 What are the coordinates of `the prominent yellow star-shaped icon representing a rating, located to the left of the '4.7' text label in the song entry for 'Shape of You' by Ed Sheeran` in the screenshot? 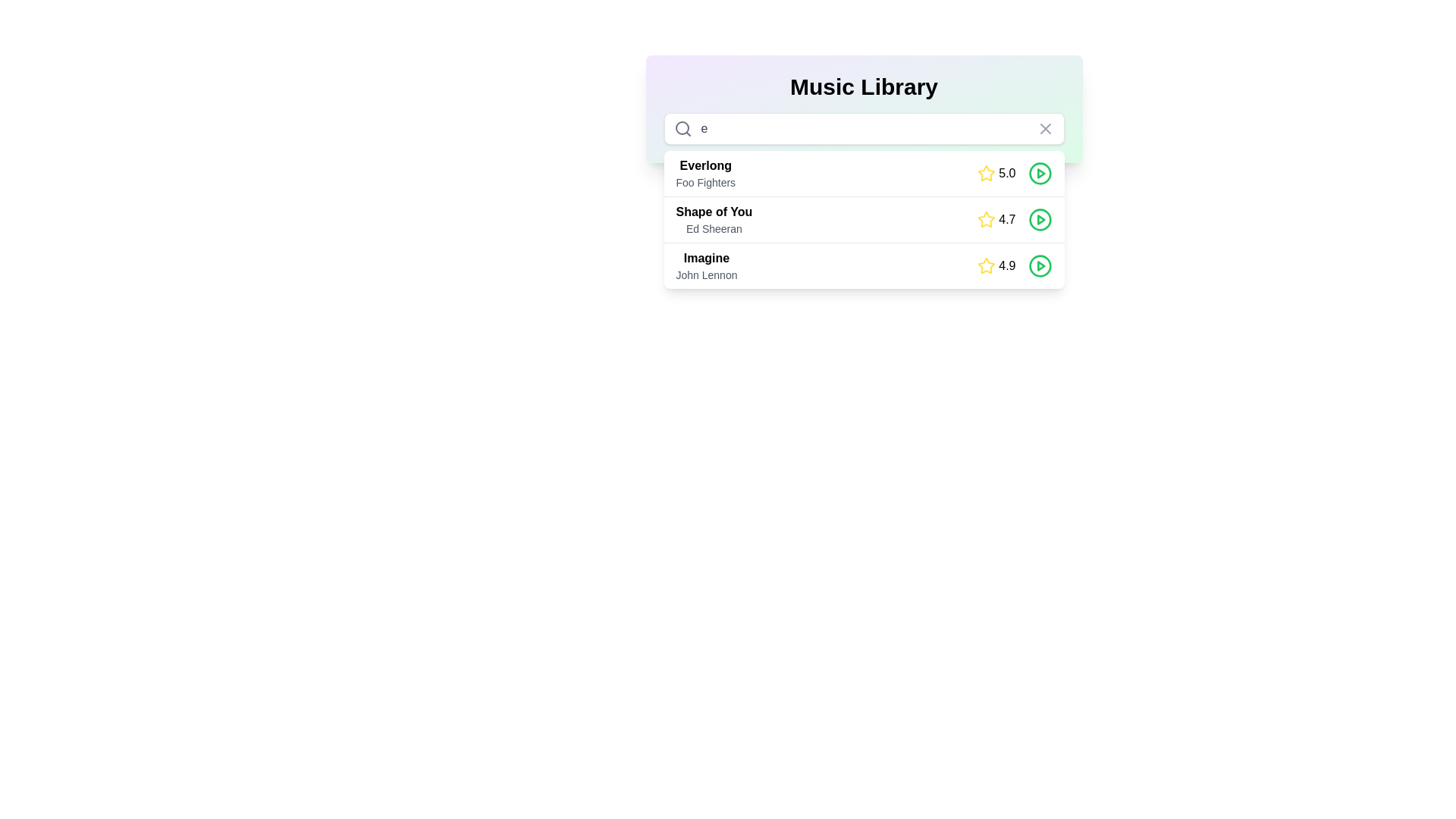 It's located at (987, 219).